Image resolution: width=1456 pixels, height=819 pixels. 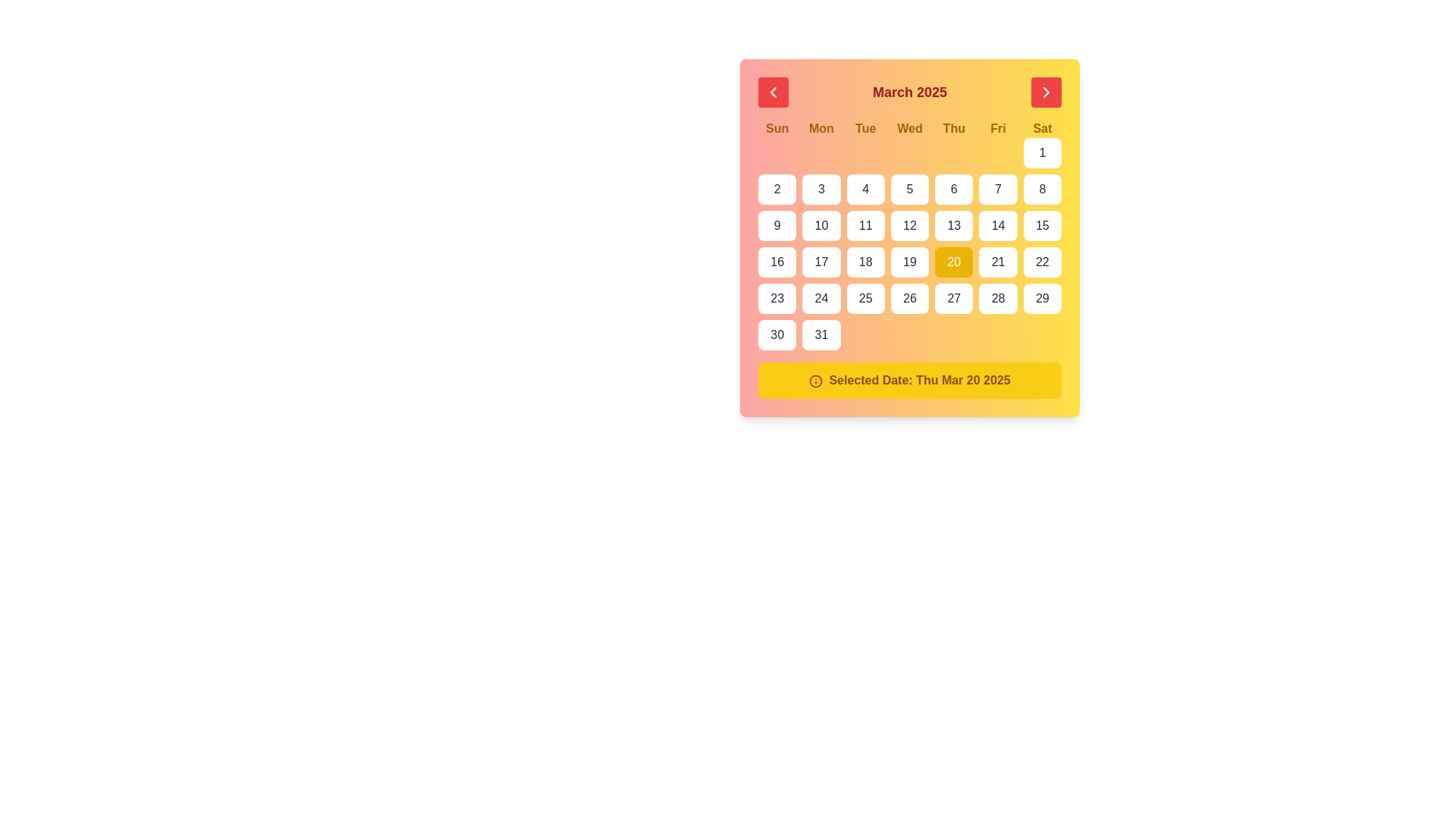 What do you see at coordinates (777, 189) in the screenshot?
I see `the button` at bounding box center [777, 189].